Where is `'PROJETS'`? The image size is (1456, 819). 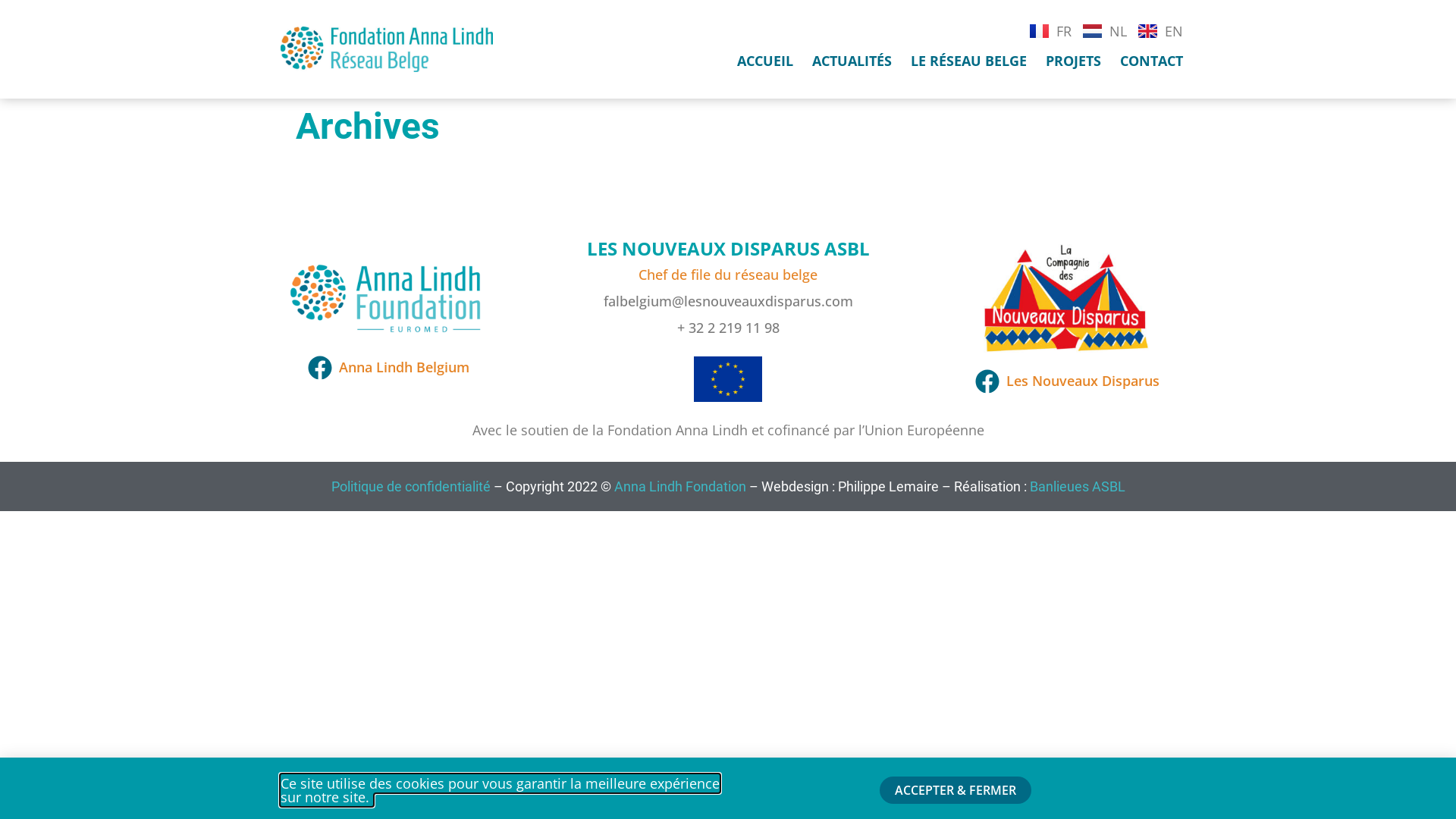 'PROJETS' is located at coordinates (1072, 60).